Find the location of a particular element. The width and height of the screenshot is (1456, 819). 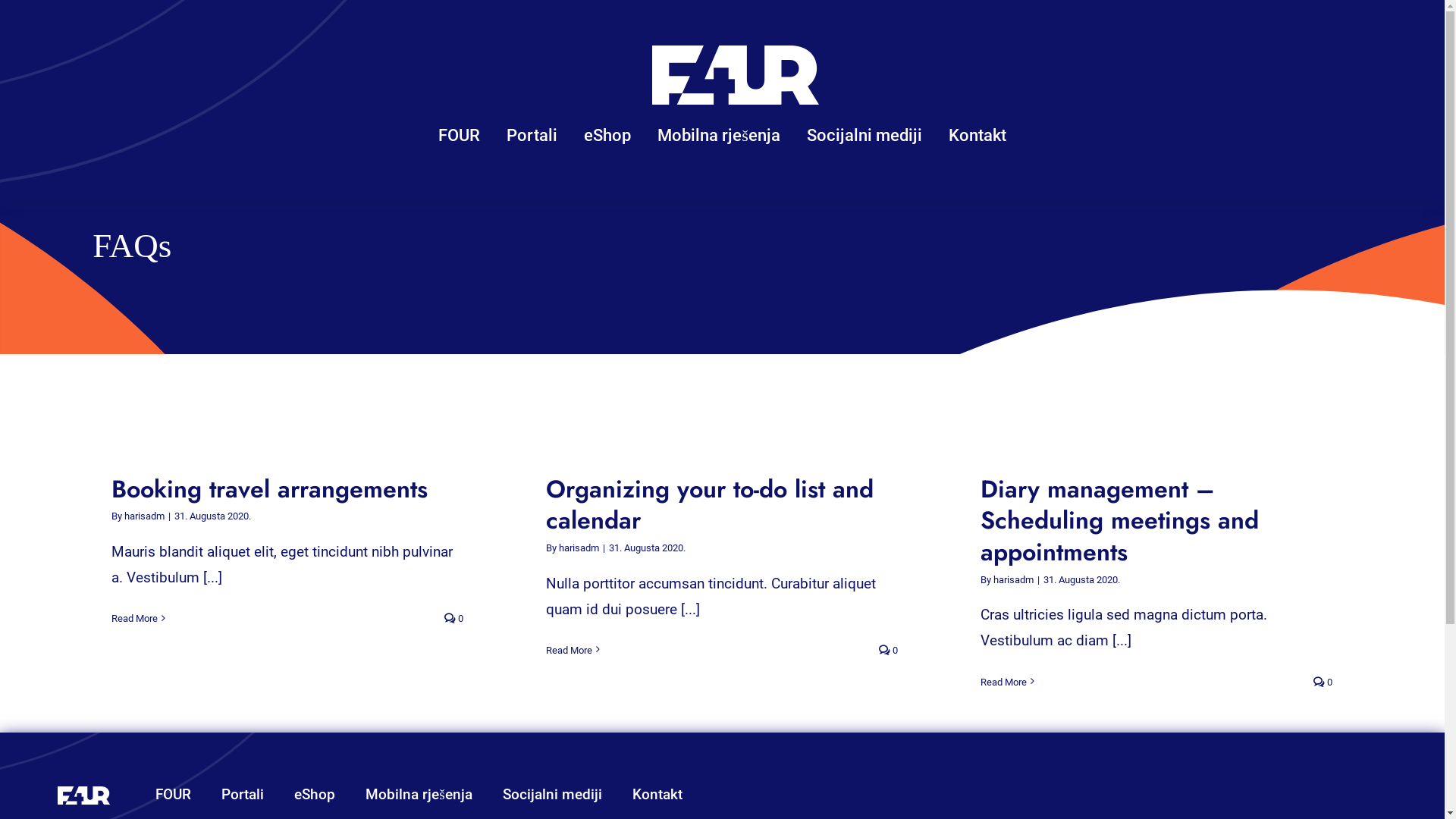

'eShop' is located at coordinates (607, 136).